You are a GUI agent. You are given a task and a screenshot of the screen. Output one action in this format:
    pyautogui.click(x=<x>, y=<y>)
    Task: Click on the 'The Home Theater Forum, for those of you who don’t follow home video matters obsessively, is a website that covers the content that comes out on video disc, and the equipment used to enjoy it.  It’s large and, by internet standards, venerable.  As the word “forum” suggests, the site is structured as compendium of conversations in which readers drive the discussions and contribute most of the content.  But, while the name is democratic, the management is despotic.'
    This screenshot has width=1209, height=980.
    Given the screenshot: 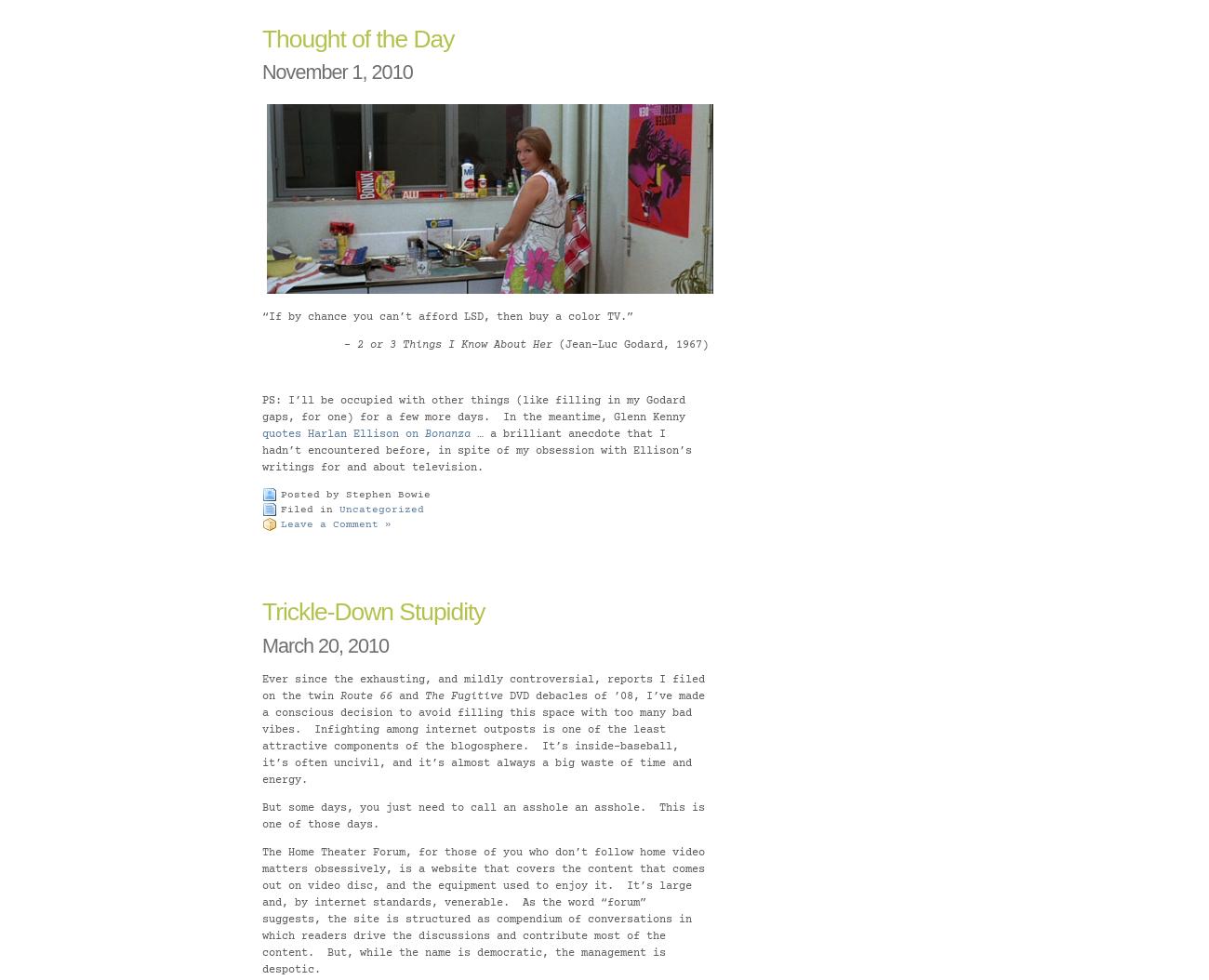 What is the action you would take?
    pyautogui.click(x=484, y=911)
    